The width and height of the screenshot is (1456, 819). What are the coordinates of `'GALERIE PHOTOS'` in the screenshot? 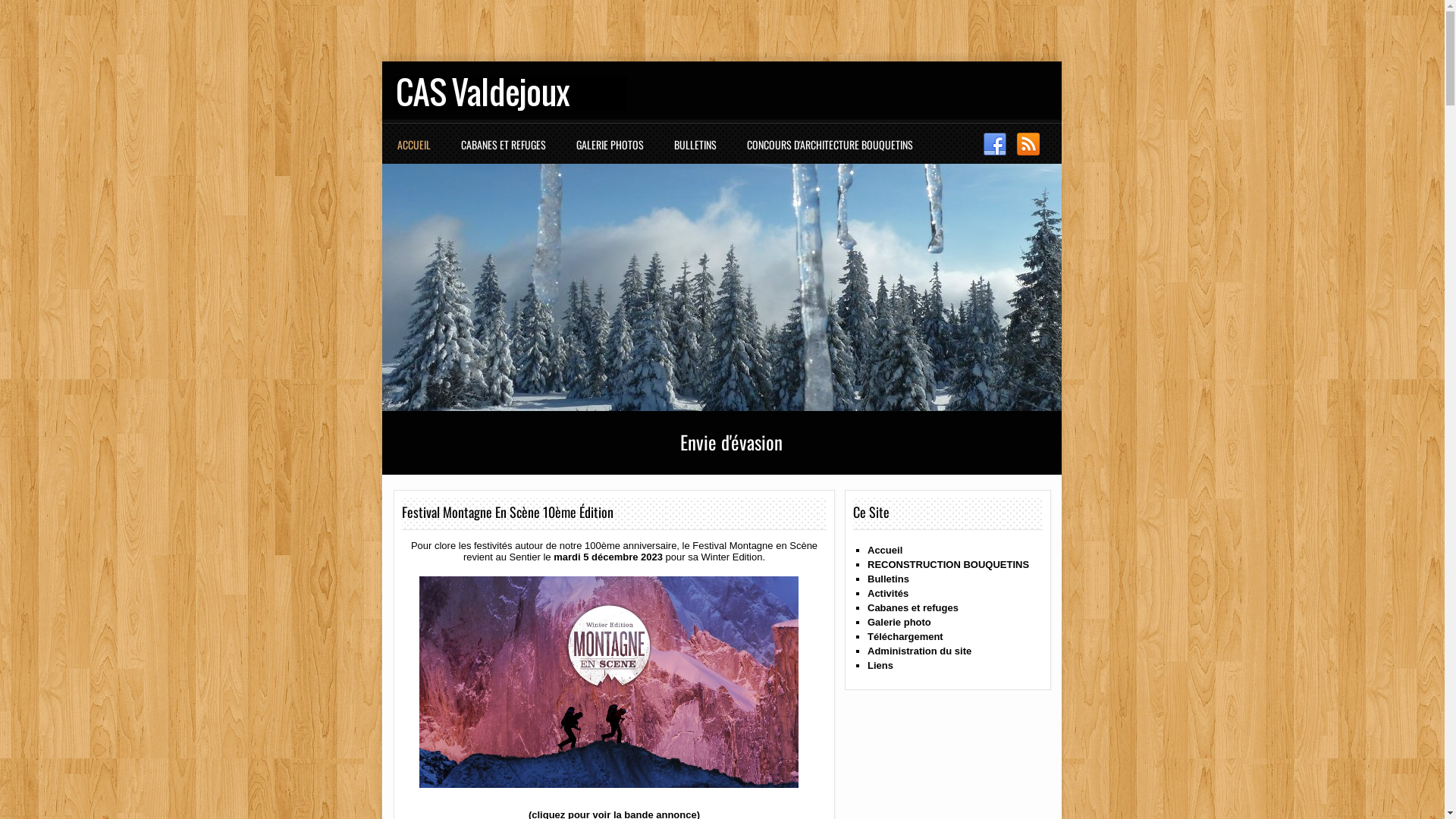 It's located at (613, 152).